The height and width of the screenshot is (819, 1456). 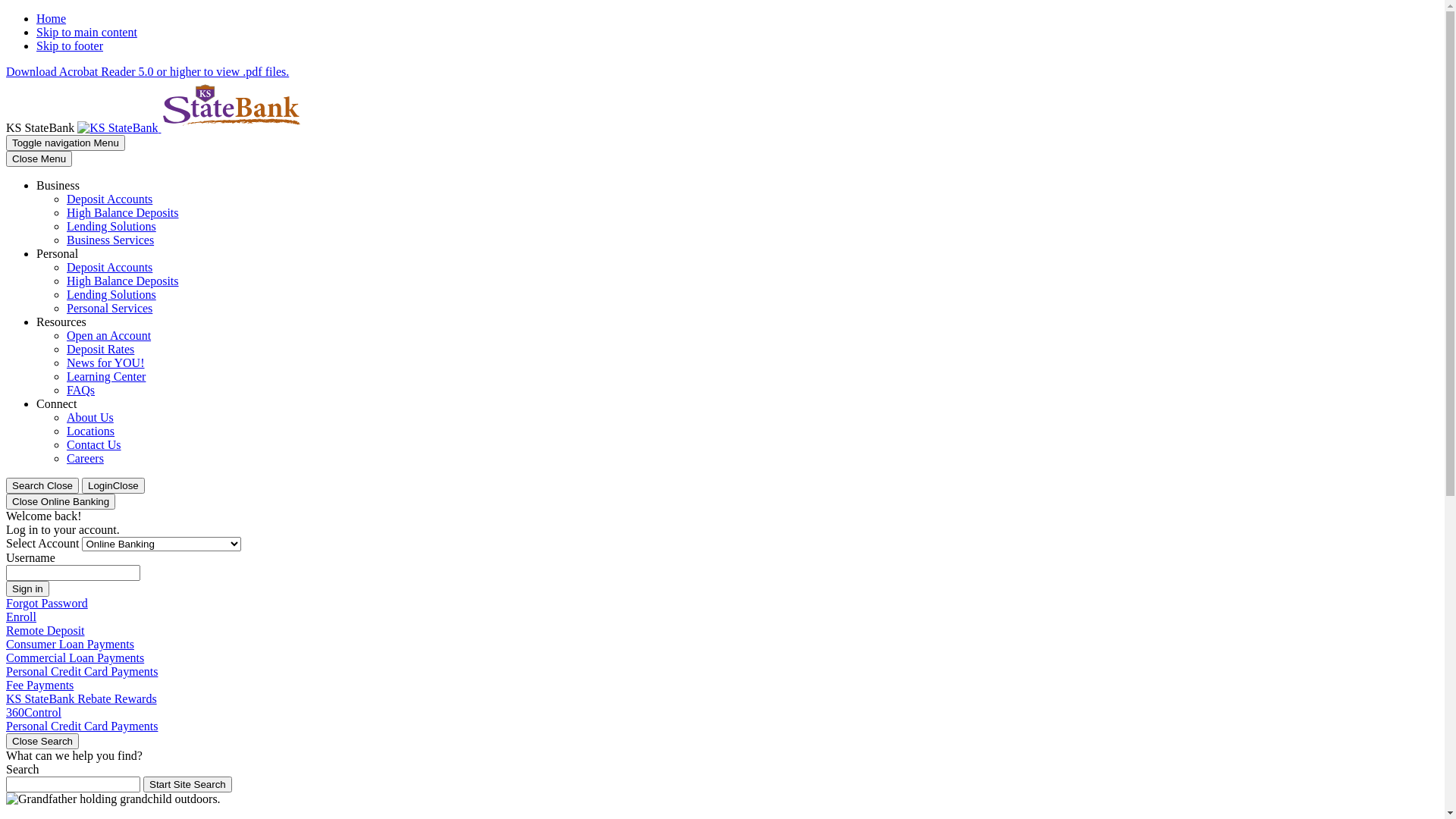 I want to click on 'Personal Credit Card Payments', so click(x=81, y=725).